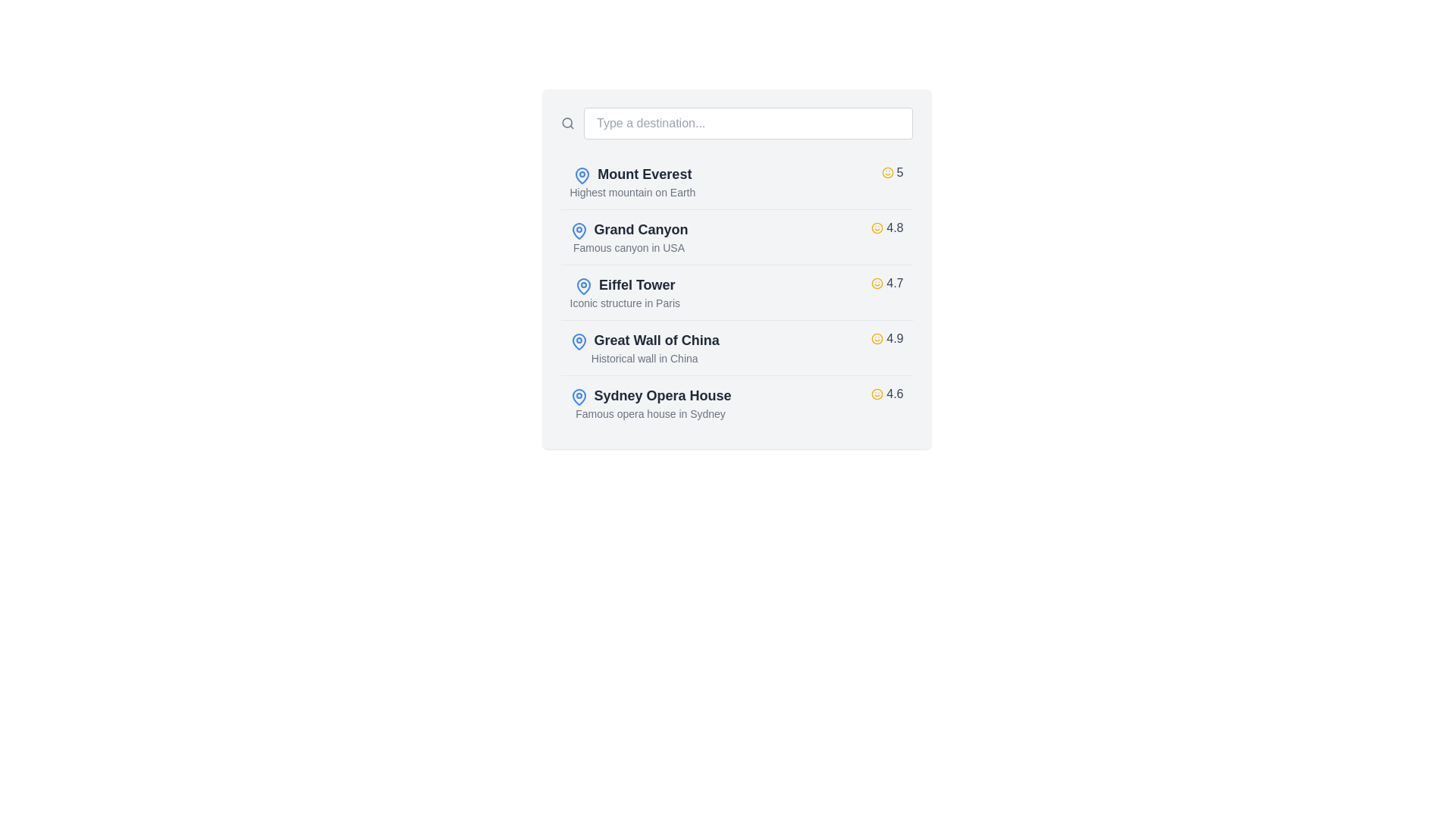  What do you see at coordinates (736, 402) in the screenshot?
I see `the fifth list item representing 'Sydney Opera House'` at bounding box center [736, 402].